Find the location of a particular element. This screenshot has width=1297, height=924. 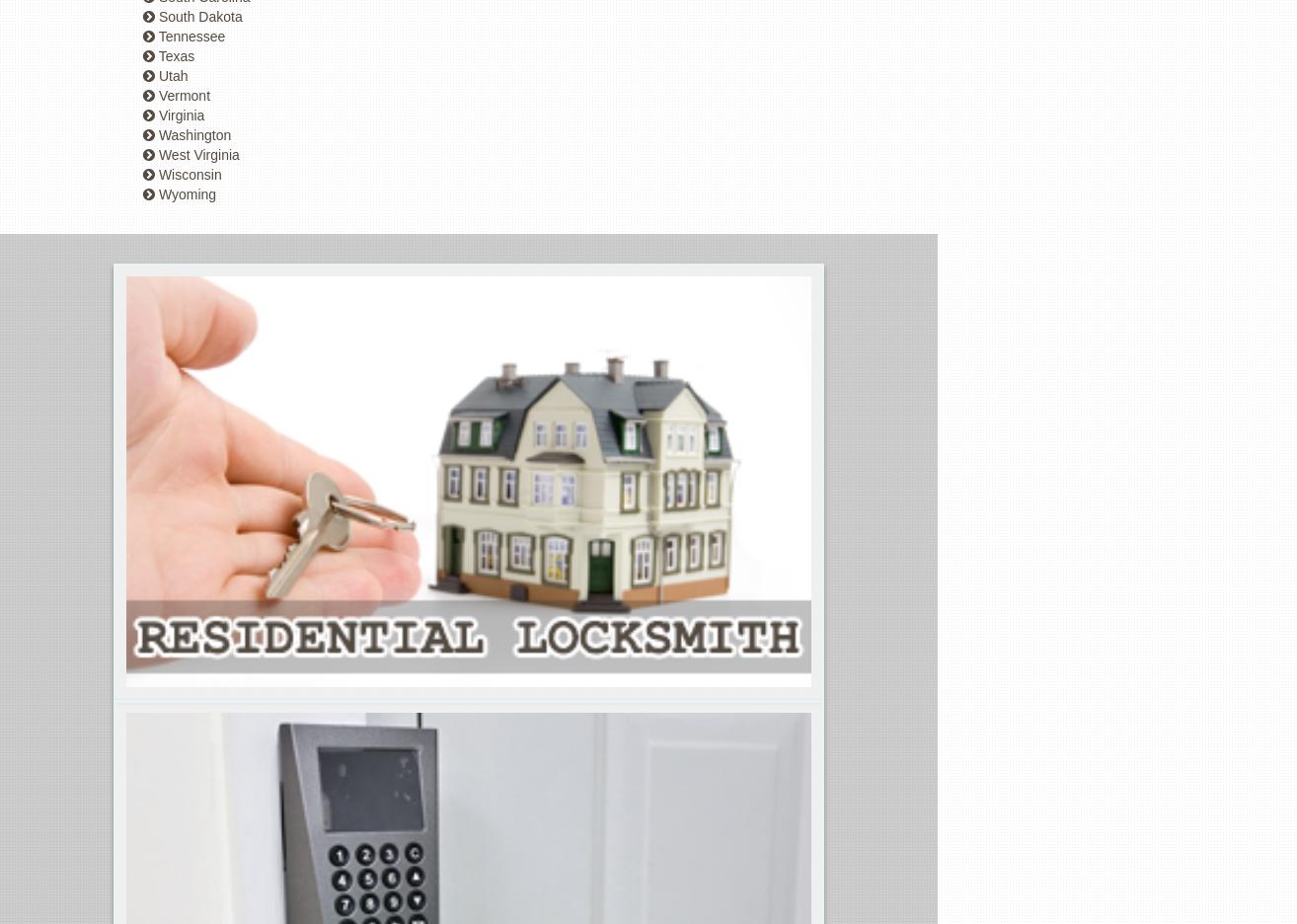

'Virginia' is located at coordinates (179, 115).